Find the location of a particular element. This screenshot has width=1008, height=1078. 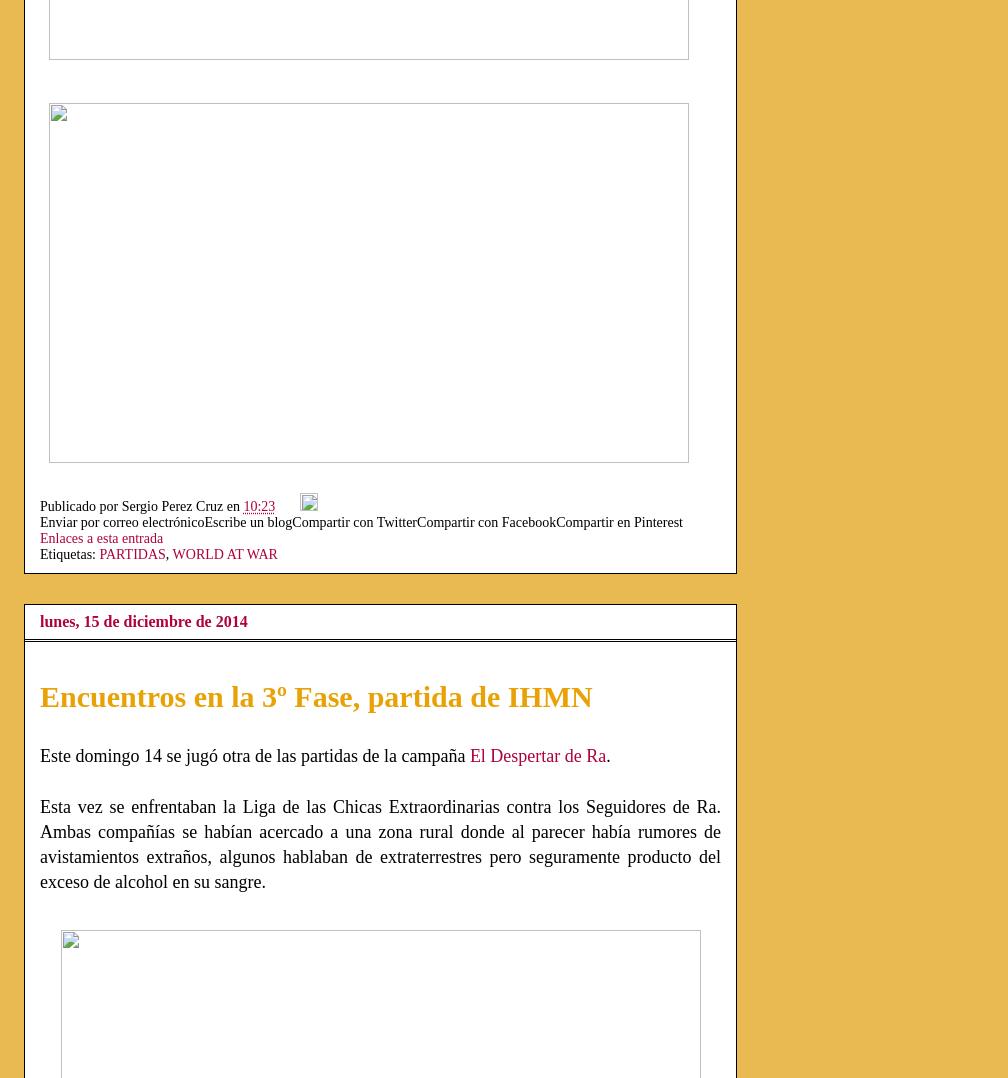

'El Despertar de Ra' is located at coordinates (537, 756).